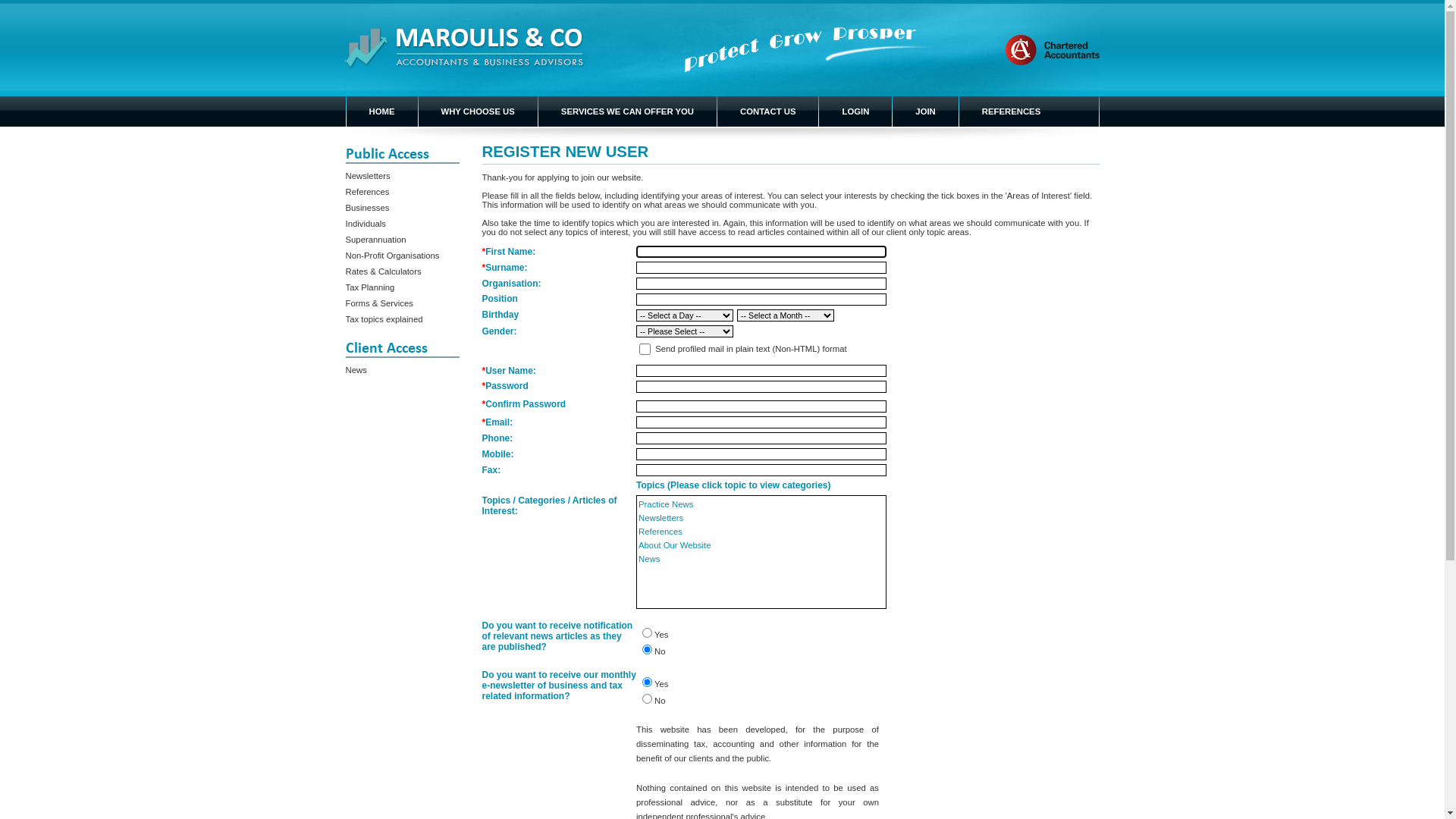 Image resolution: width=1456 pixels, height=819 pixels. What do you see at coordinates (375, 239) in the screenshot?
I see `'Superannuation'` at bounding box center [375, 239].